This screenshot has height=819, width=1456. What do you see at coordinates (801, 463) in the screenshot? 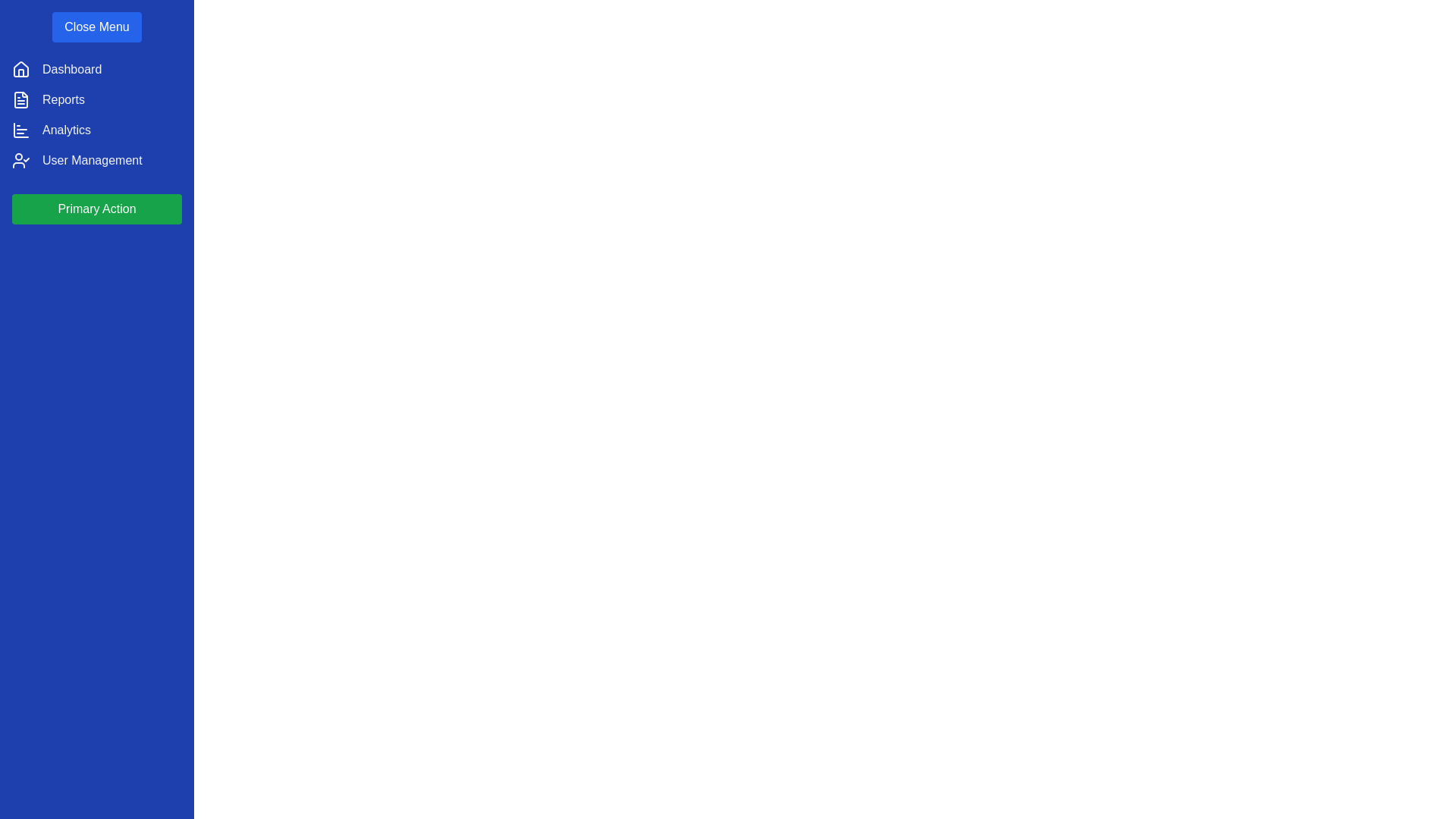
I see `the main content area to interact with it` at bounding box center [801, 463].